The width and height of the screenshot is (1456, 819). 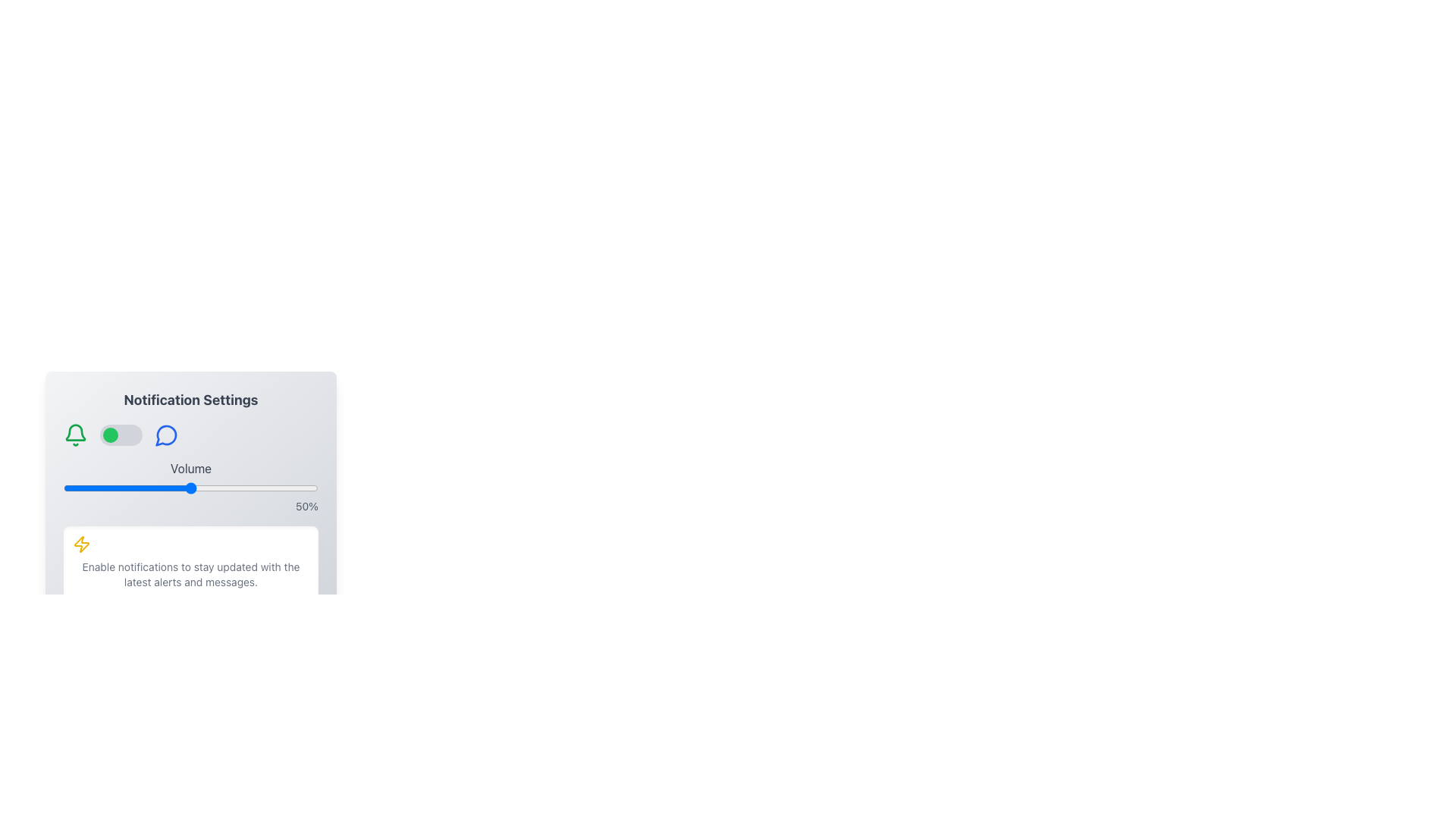 What do you see at coordinates (140, 488) in the screenshot?
I see `the volume` at bounding box center [140, 488].